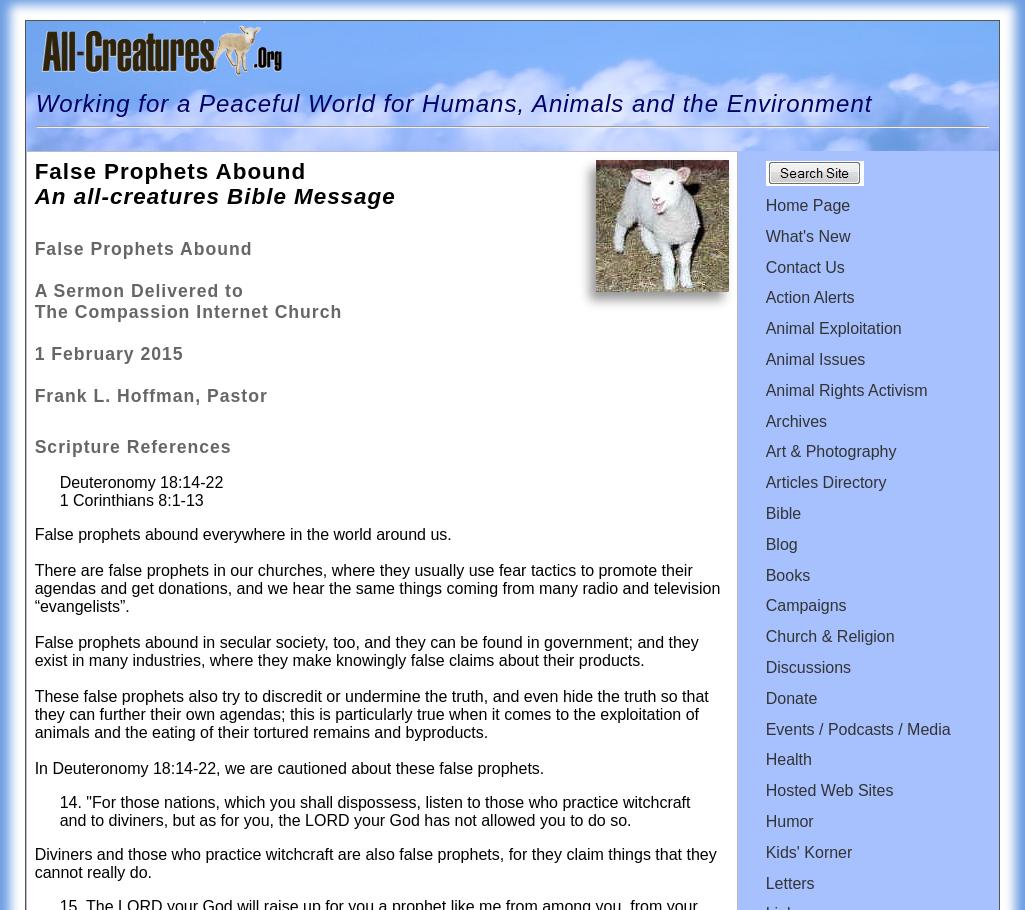 This screenshot has height=910, width=1025. Describe the element at coordinates (804, 604) in the screenshot. I see `'Campaigns'` at that location.